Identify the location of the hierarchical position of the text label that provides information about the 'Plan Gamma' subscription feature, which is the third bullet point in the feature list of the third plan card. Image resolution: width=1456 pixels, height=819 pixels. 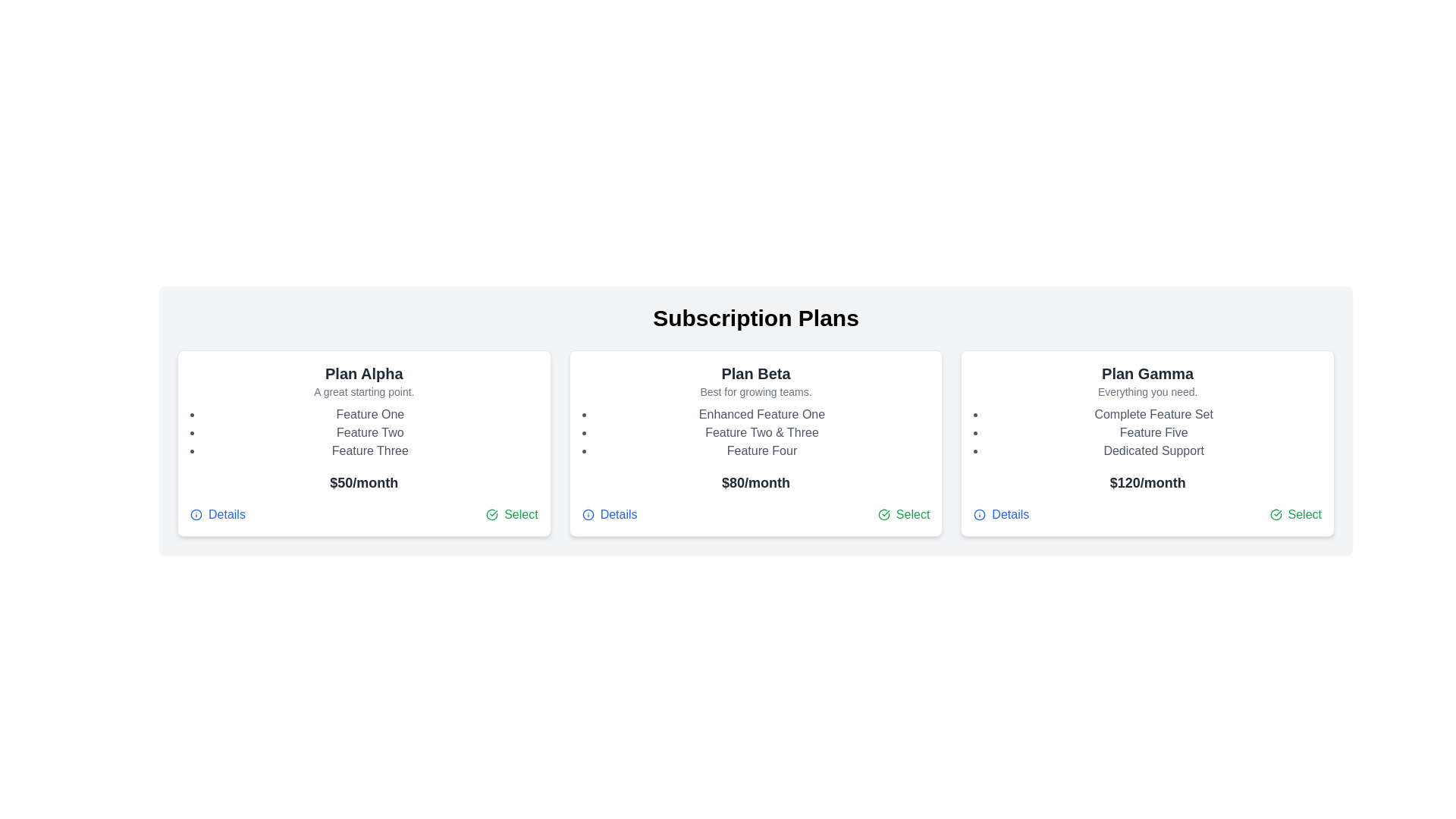
(1153, 450).